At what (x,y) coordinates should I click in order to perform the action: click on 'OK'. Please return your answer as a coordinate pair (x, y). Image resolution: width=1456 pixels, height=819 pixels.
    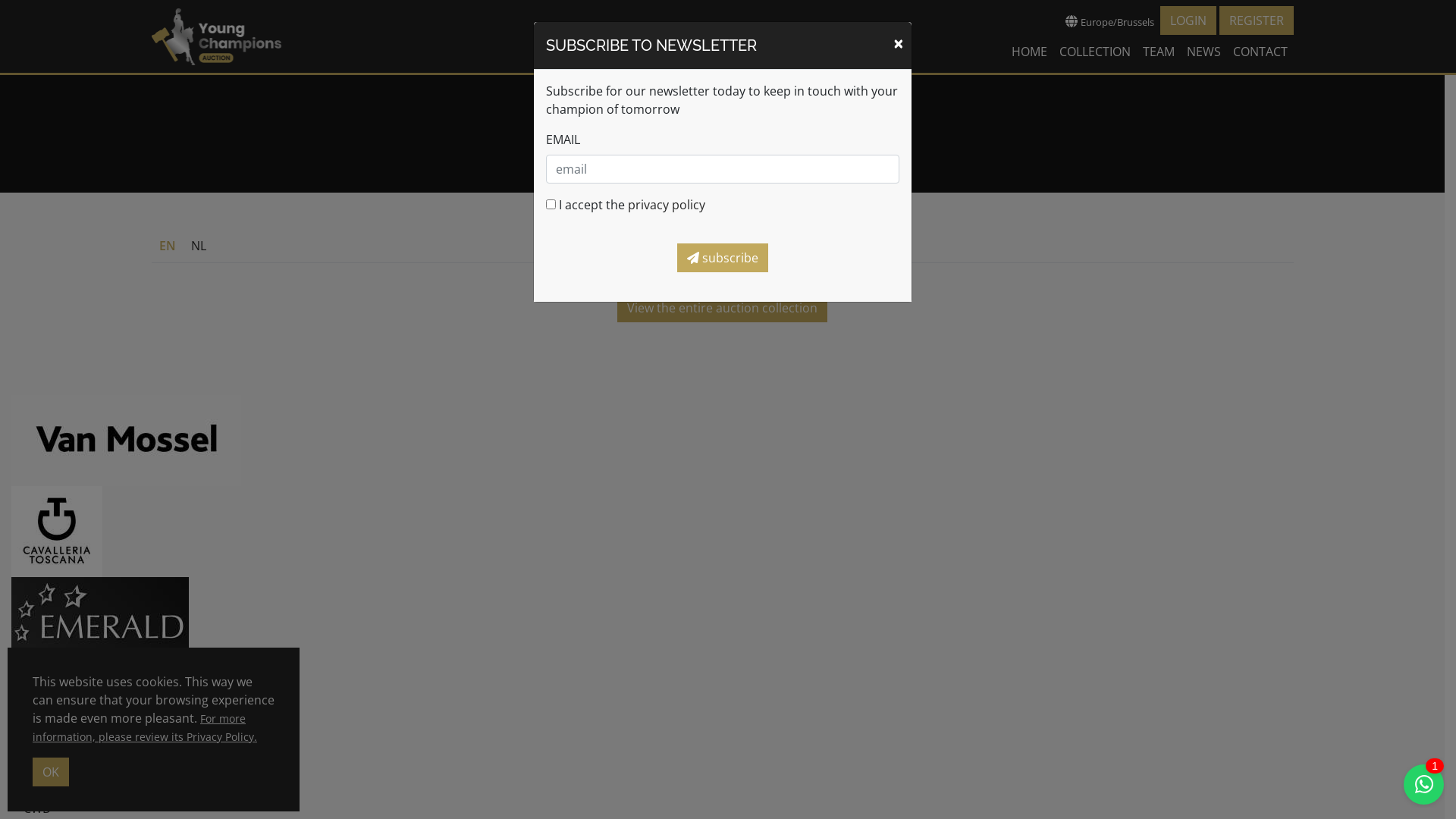
    Looking at the image, I should click on (51, 772).